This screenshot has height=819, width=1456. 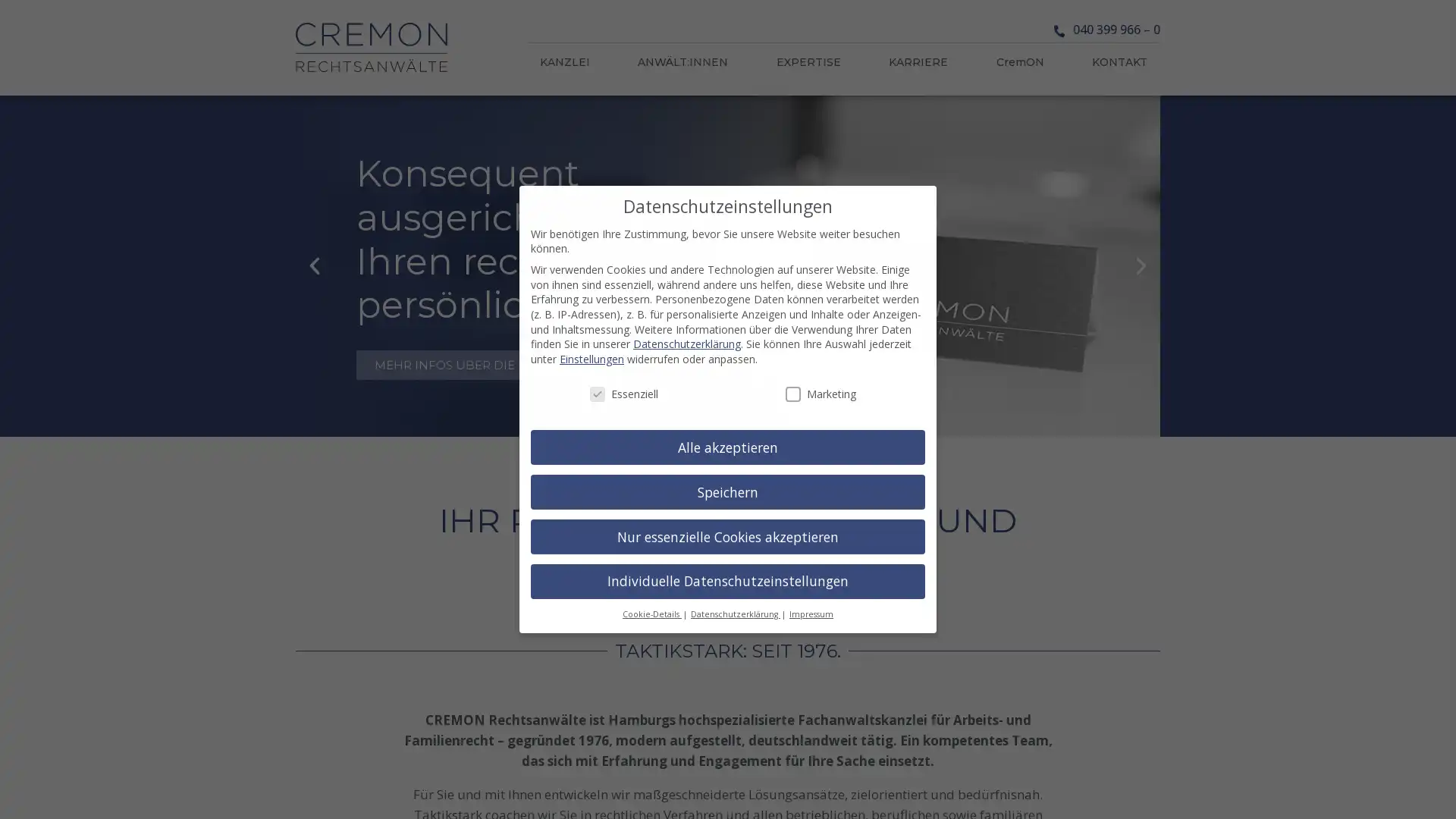 What do you see at coordinates (736, 423) in the screenshot?
I see `Go to slide 2` at bounding box center [736, 423].